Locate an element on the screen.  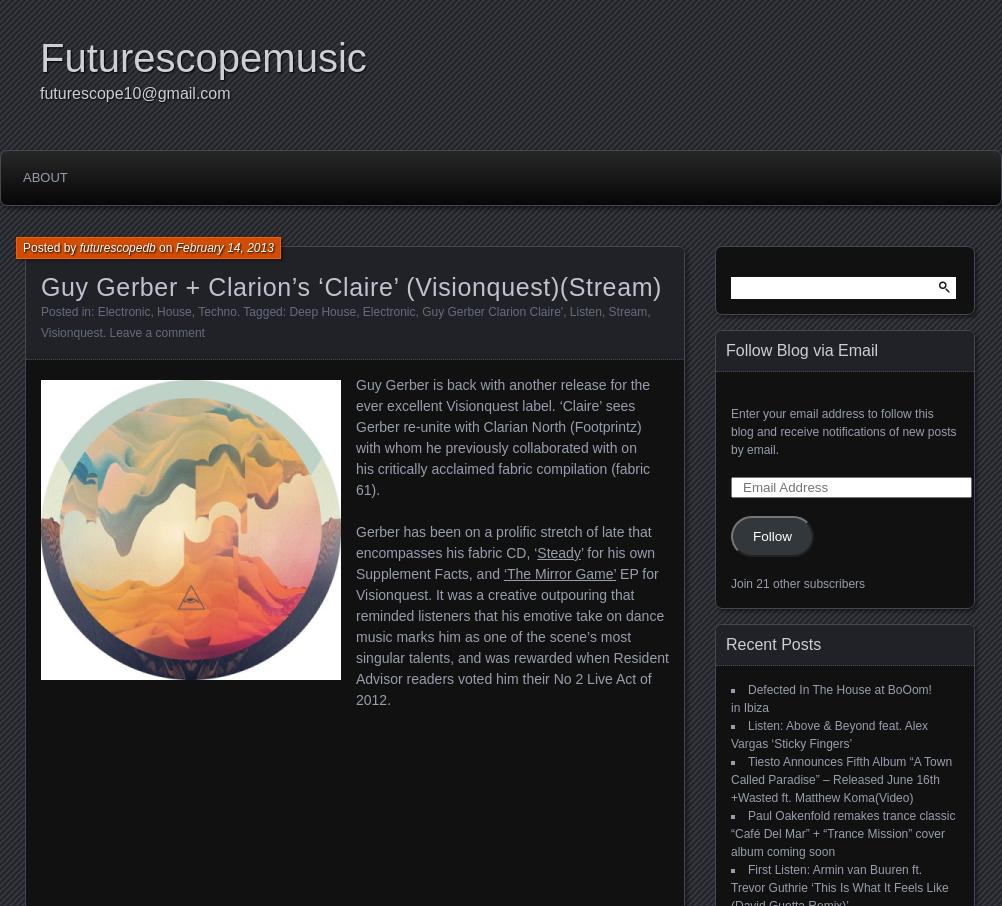
'Posted by' is located at coordinates (51, 247).